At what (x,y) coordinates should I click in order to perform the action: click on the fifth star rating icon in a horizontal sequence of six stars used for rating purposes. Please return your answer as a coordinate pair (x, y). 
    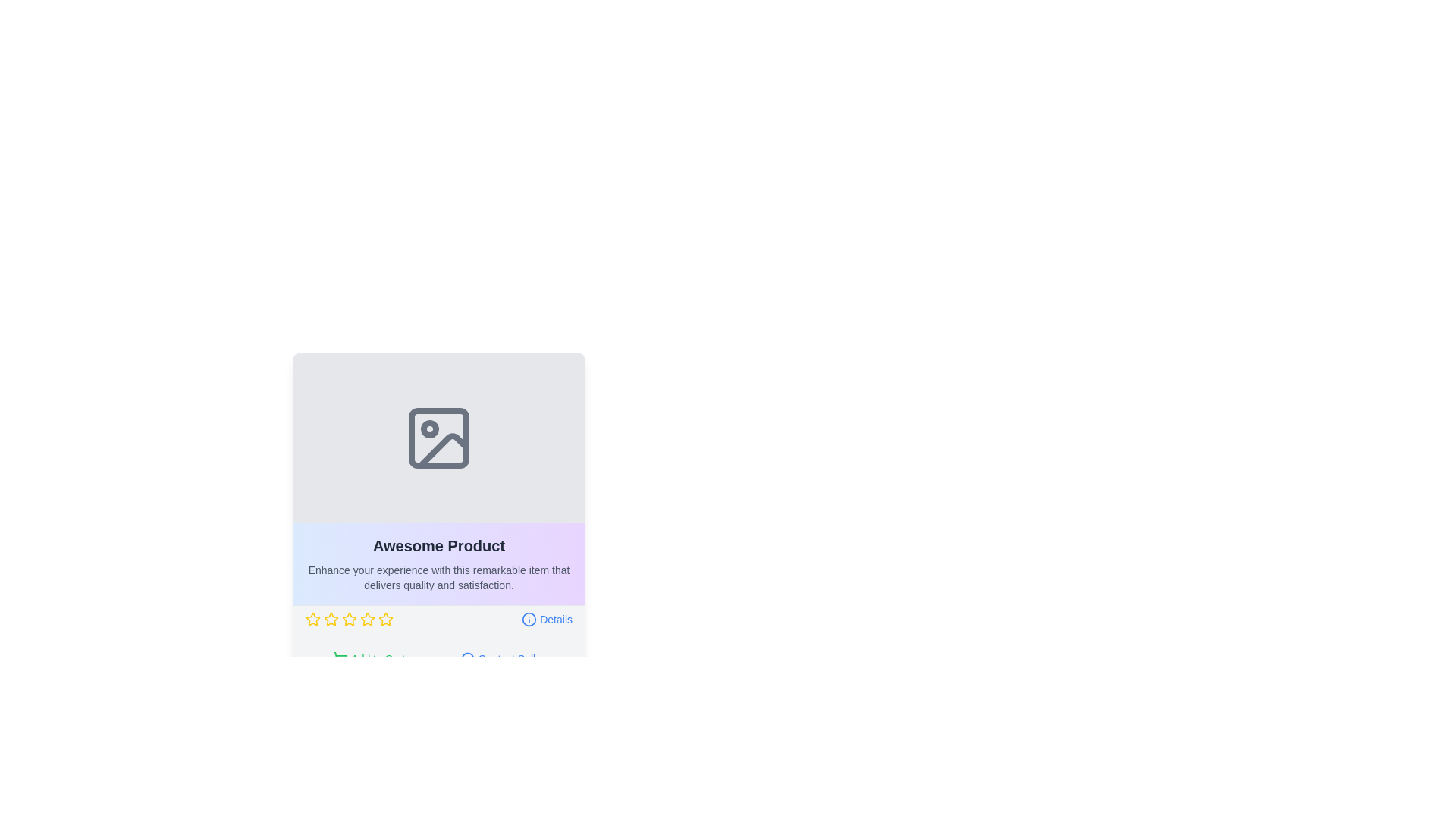
    Looking at the image, I should click on (385, 620).